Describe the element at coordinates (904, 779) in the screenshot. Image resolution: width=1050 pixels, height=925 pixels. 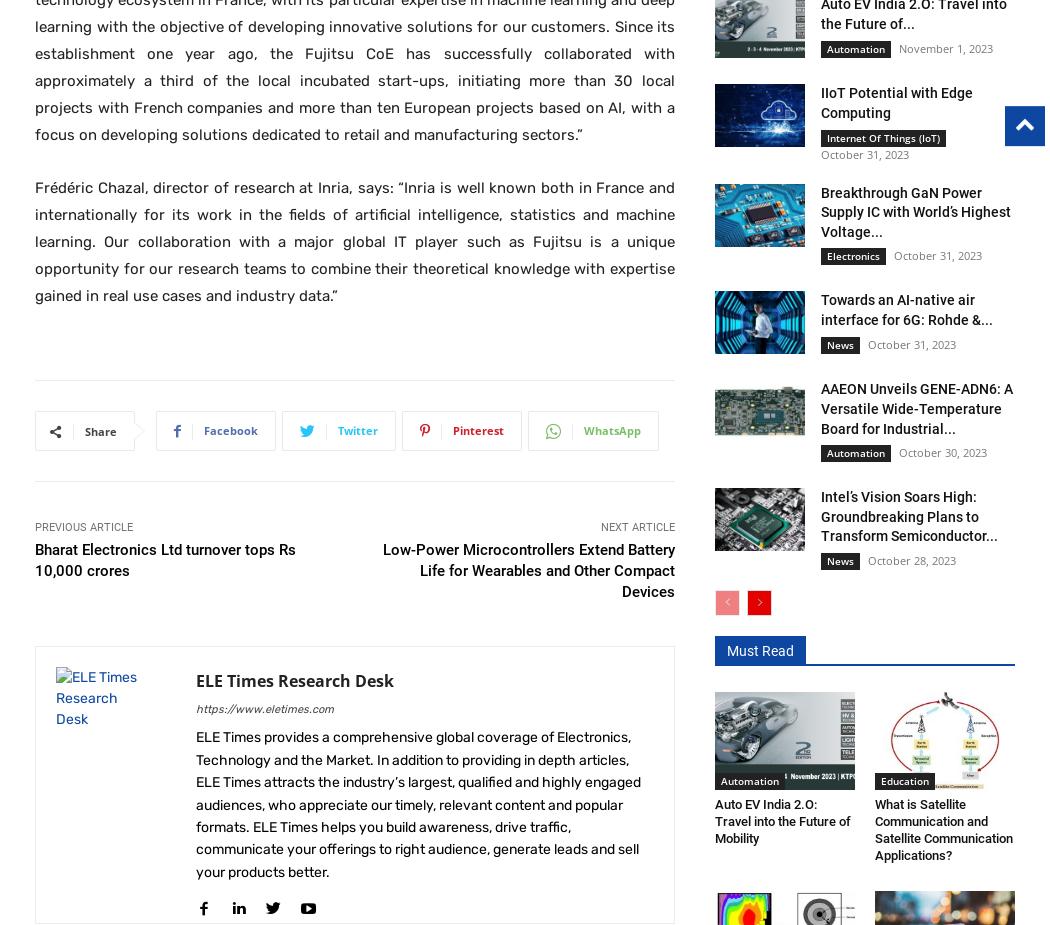
I see `'Education'` at that location.